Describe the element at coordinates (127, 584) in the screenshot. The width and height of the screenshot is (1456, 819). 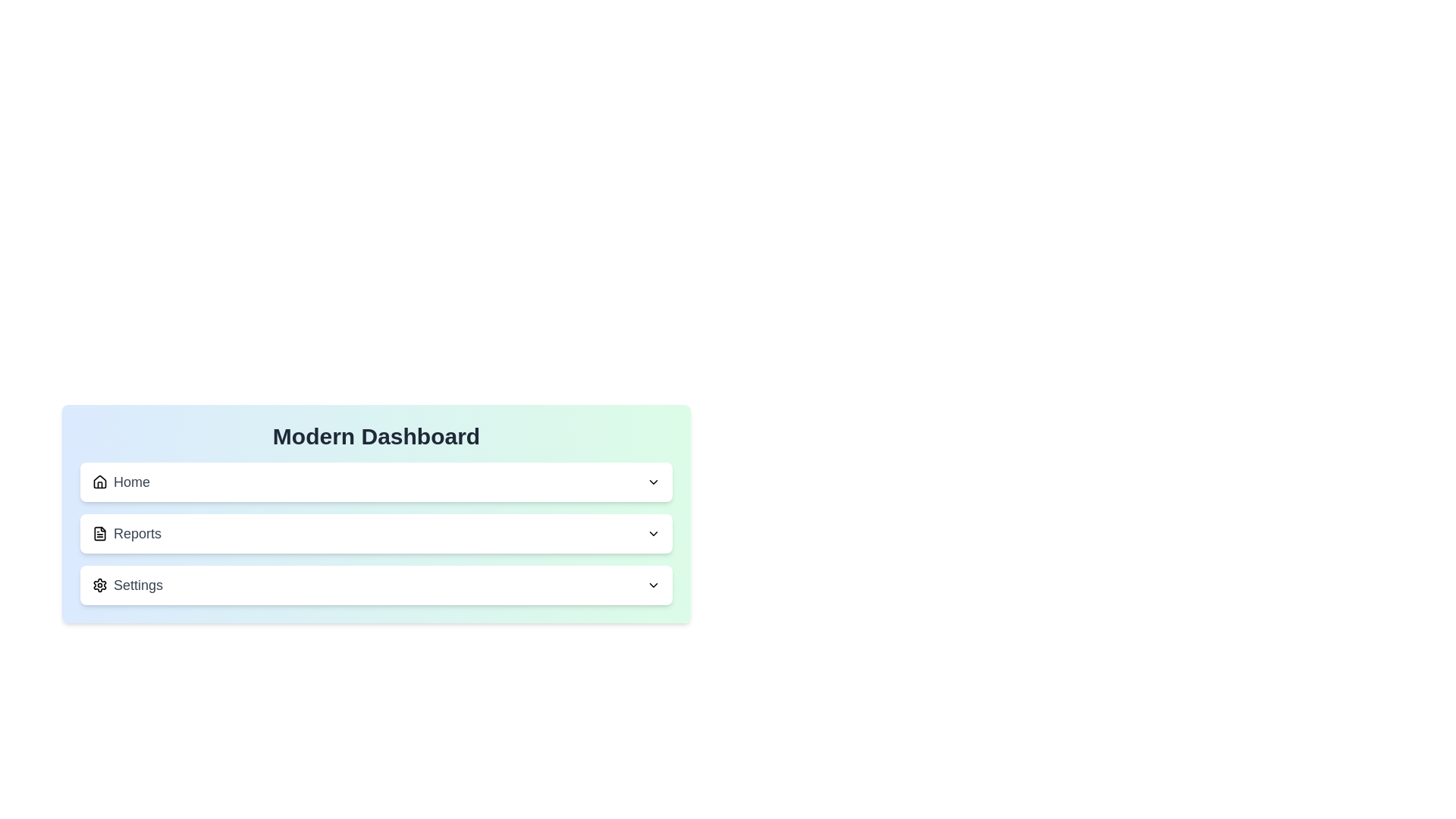
I see `the 'Settings' navigation menu item, which is the third item in a vertically arranged navigation menu containing a settings icon and styled text in dark color` at that location.